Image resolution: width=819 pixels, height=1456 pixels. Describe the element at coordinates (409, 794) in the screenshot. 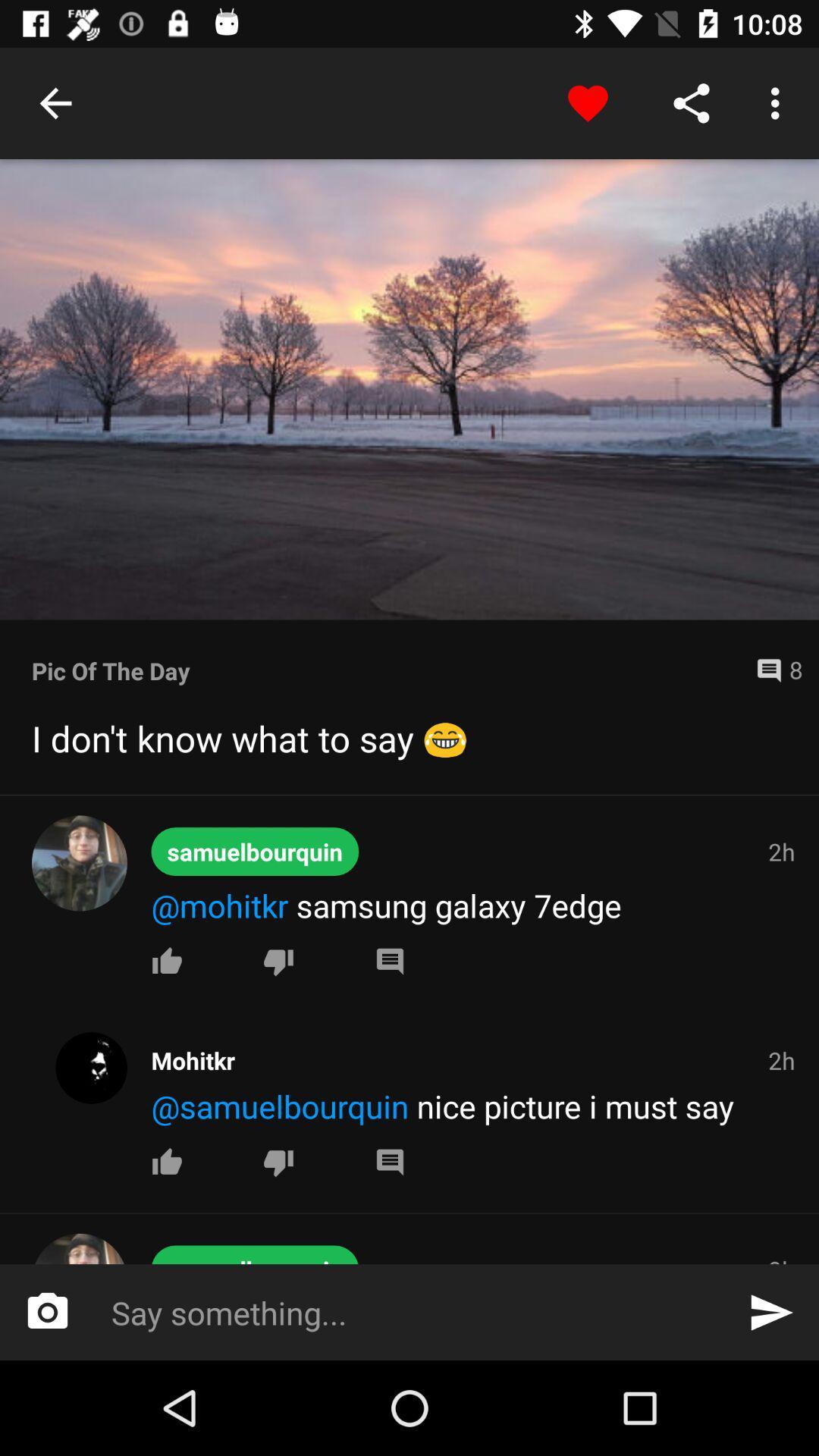

I see `item below i don t item` at that location.